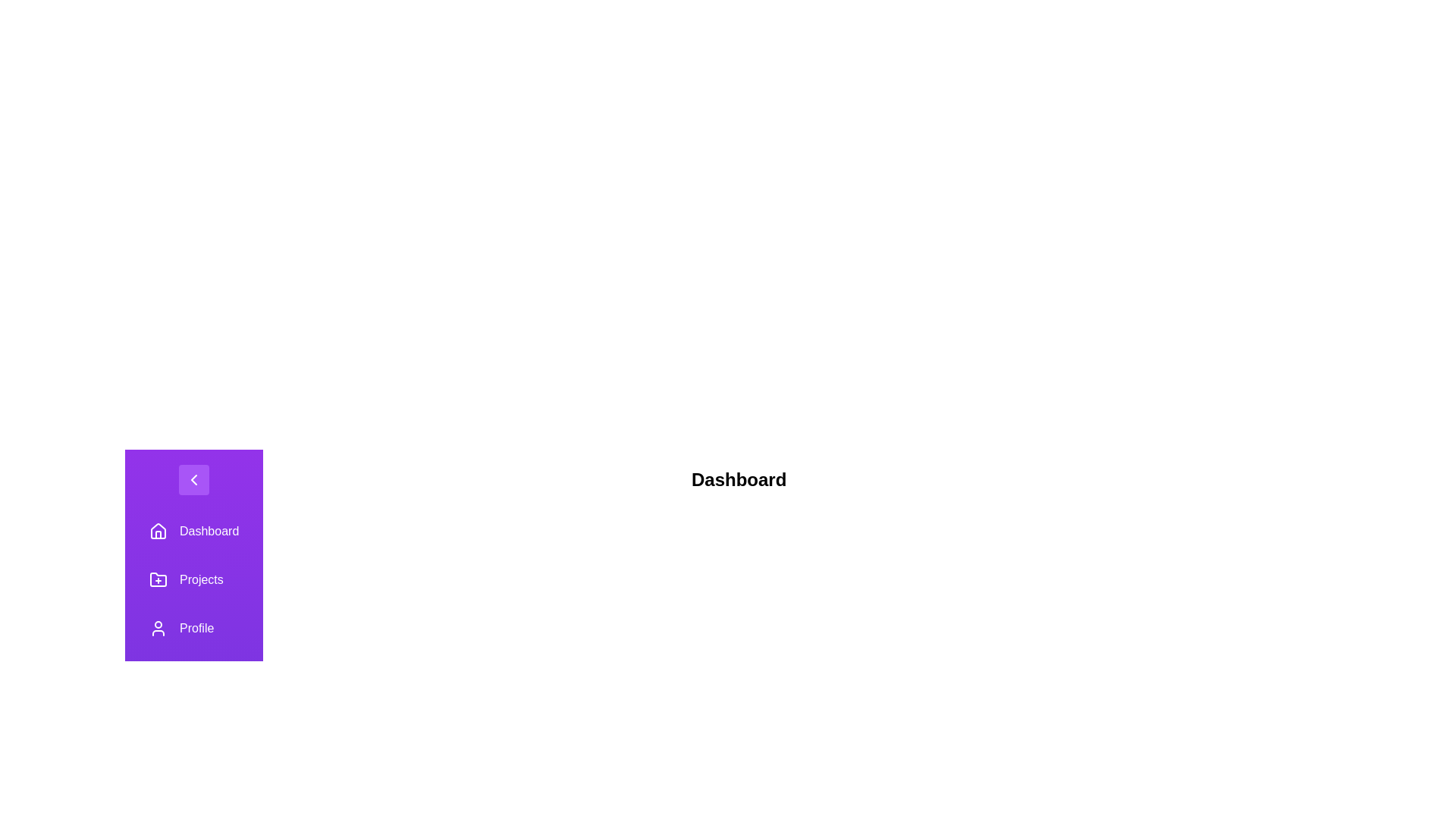 This screenshot has height=819, width=1456. I want to click on the 'Projects' navigation menu item located below 'Dashboard' and above 'Profile' to bring it into interaction context, so click(193, 579).